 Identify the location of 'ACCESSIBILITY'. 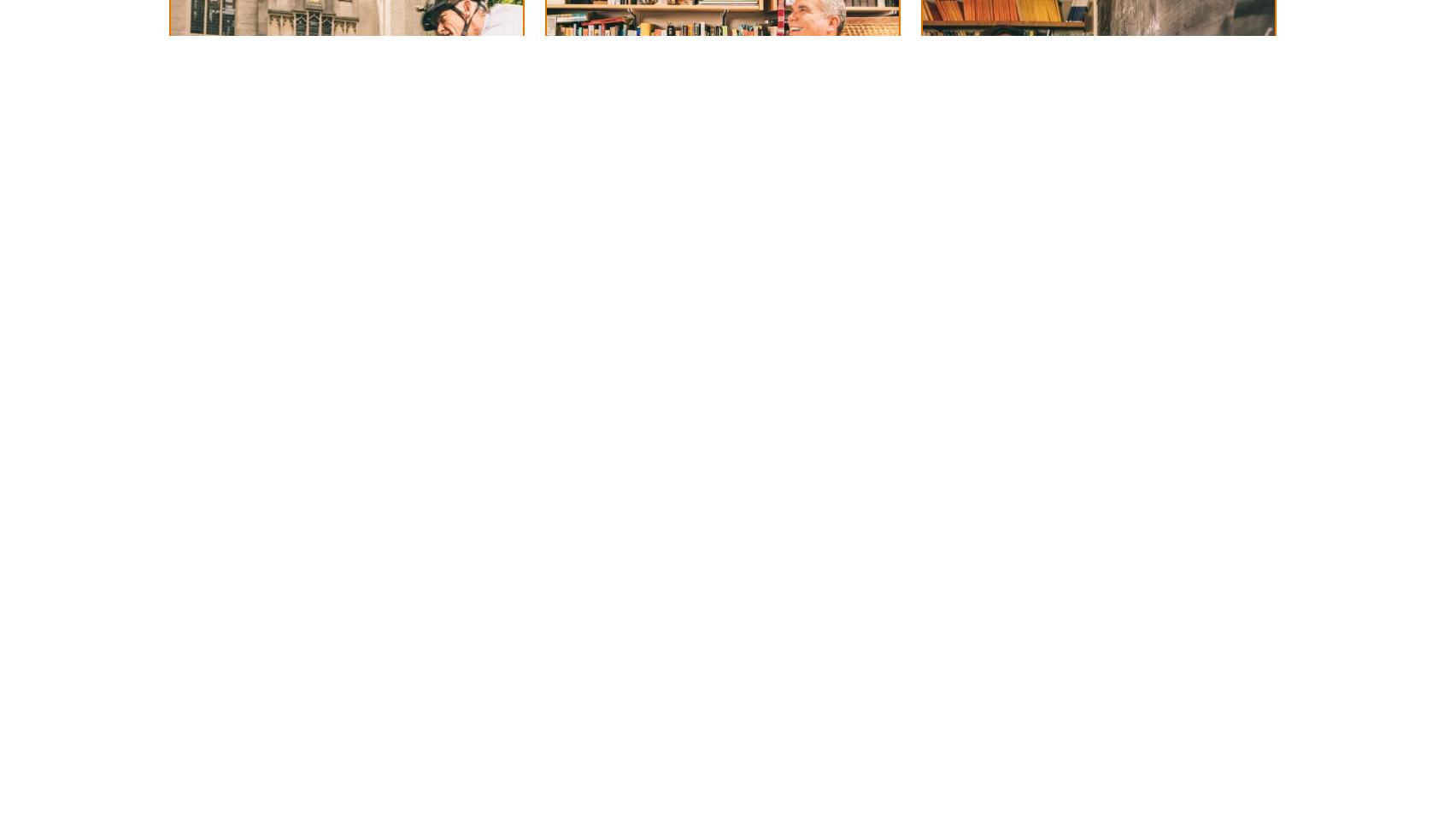
(301, 48).